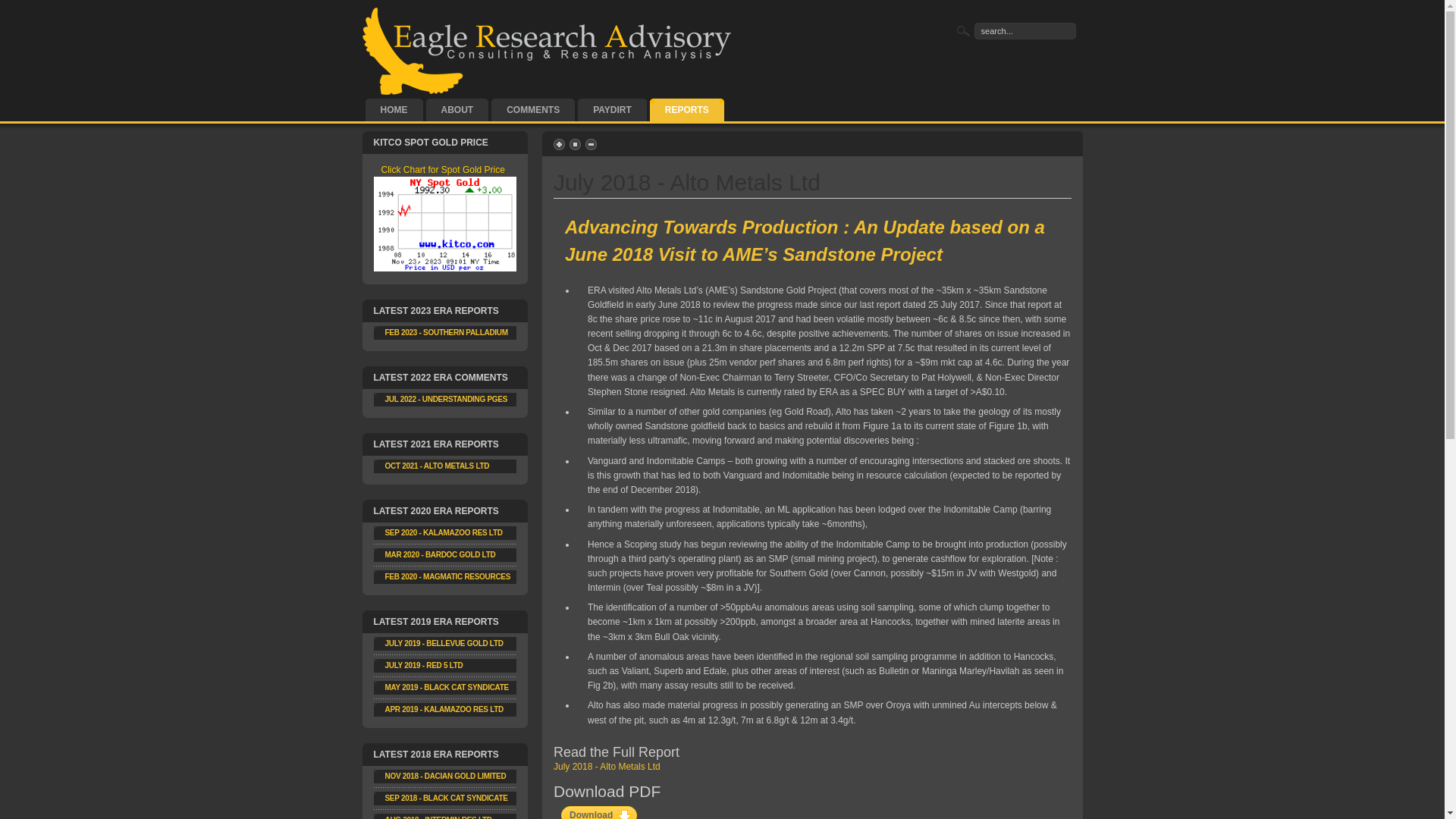 The height and width of the screenshot is (819, 1456). What do you see at coordinates (591, 144) in the screenshot?
I see `'Decrease font size'` at bounding box center [591, 144].